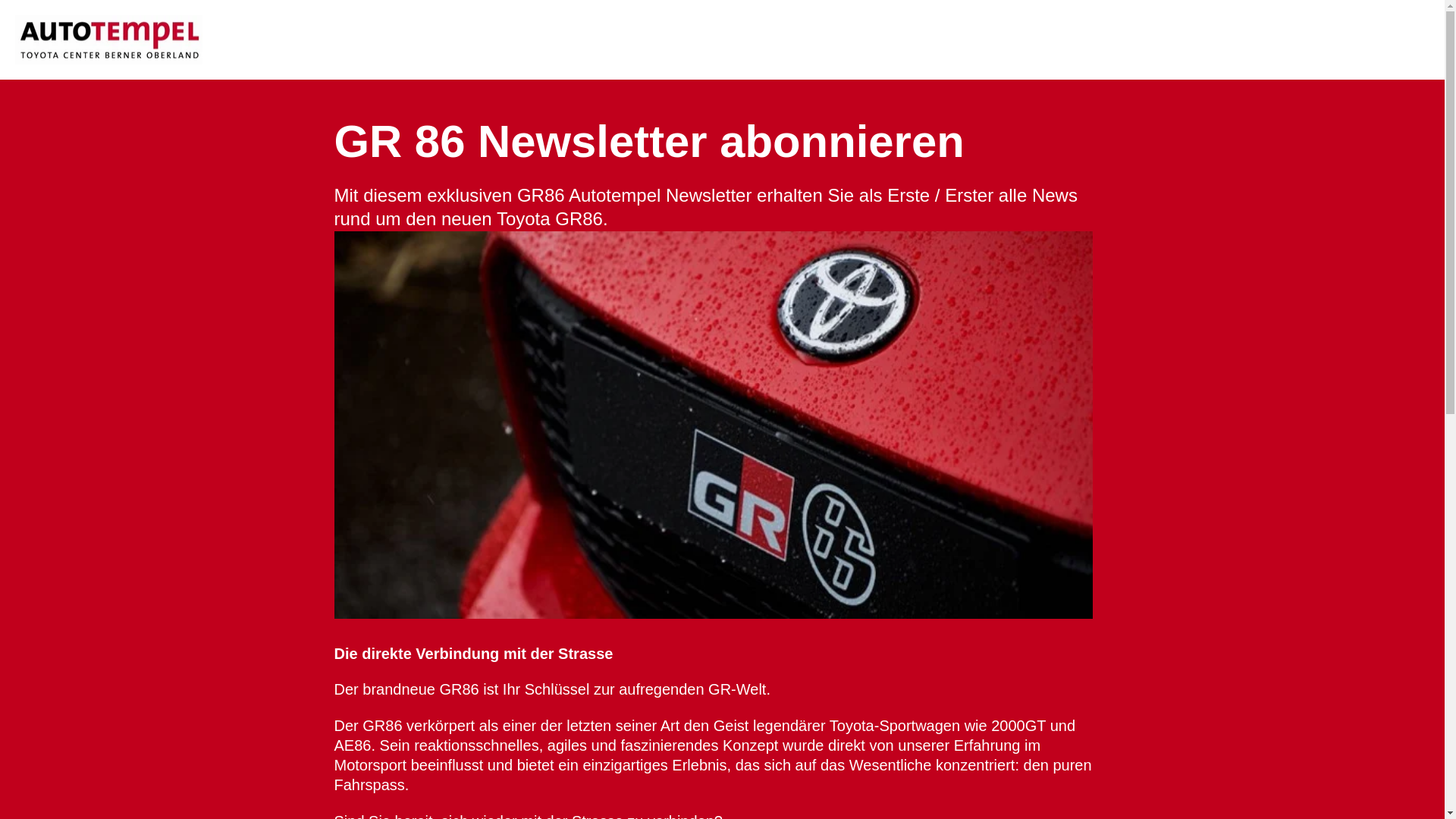 This screenshot has height=819, width=1456. I want to click on 'Logo Auto Tempel_Toyota Center BEO-1', so click(108, 39).